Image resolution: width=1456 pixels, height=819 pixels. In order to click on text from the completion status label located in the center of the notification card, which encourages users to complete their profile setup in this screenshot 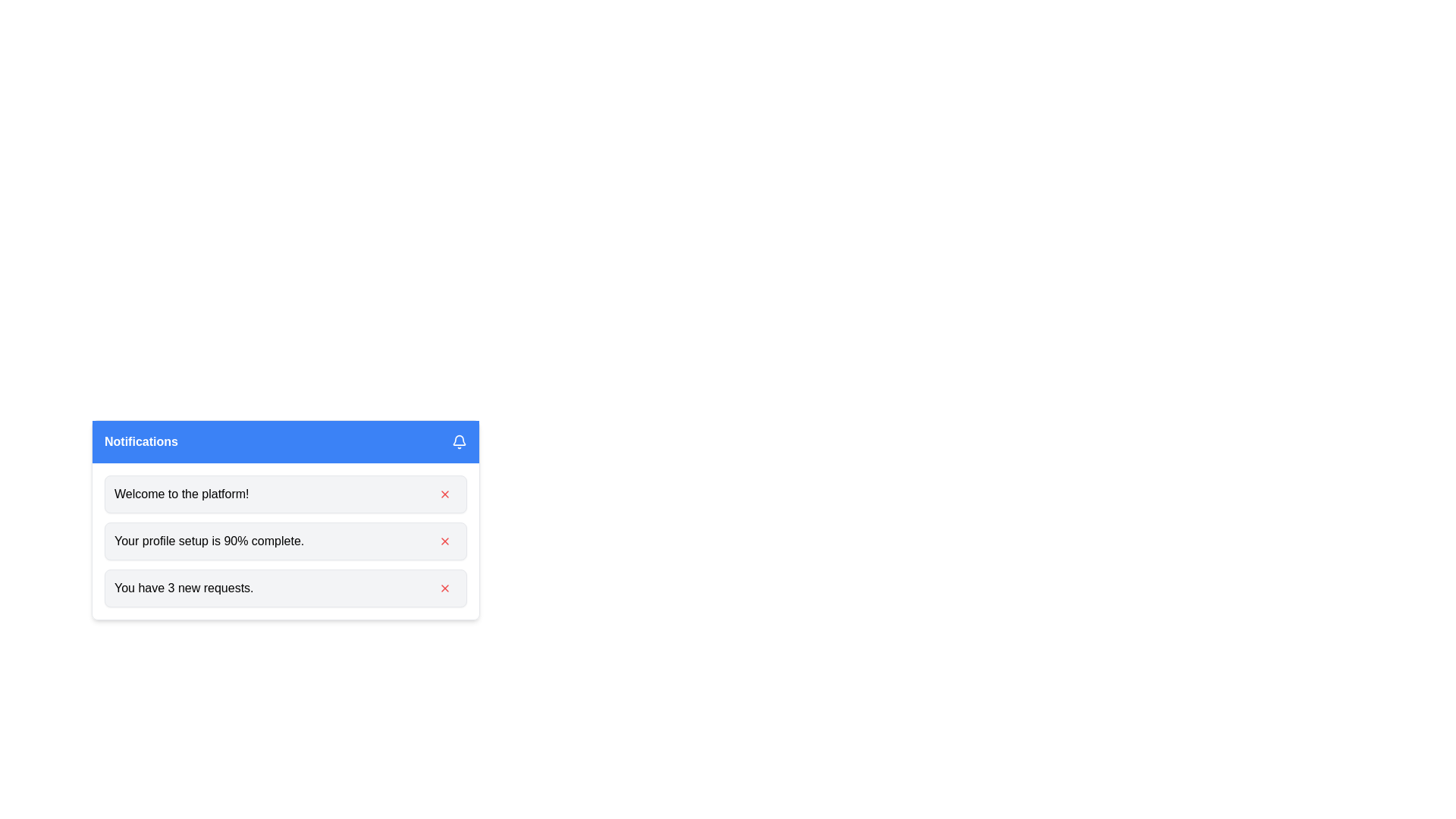, I will do `click(209, 540)`.